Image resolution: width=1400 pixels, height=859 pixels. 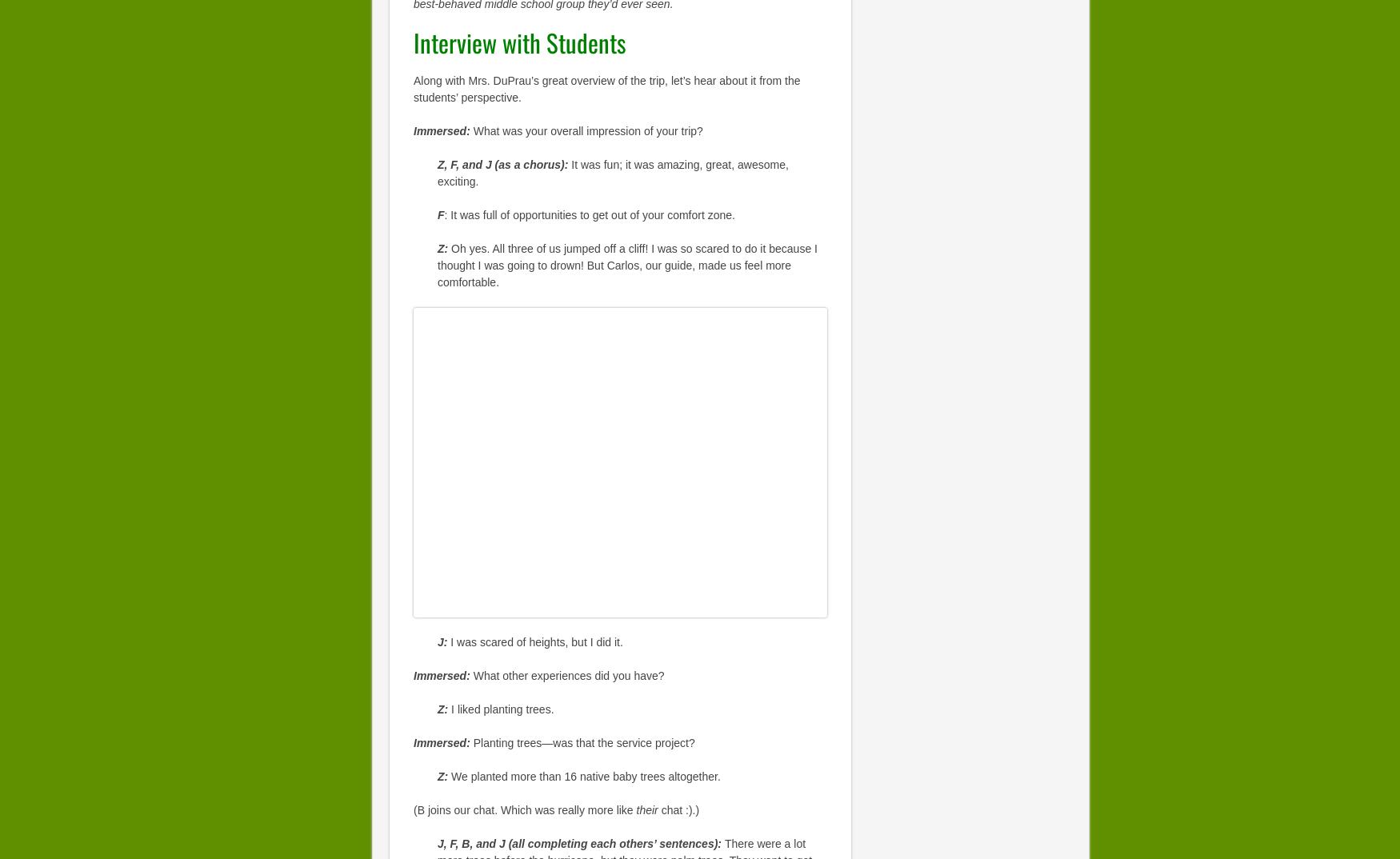 I want to click on ': It was full of opportunities to get out of your comfort zone.', so click(x=589, y=213).